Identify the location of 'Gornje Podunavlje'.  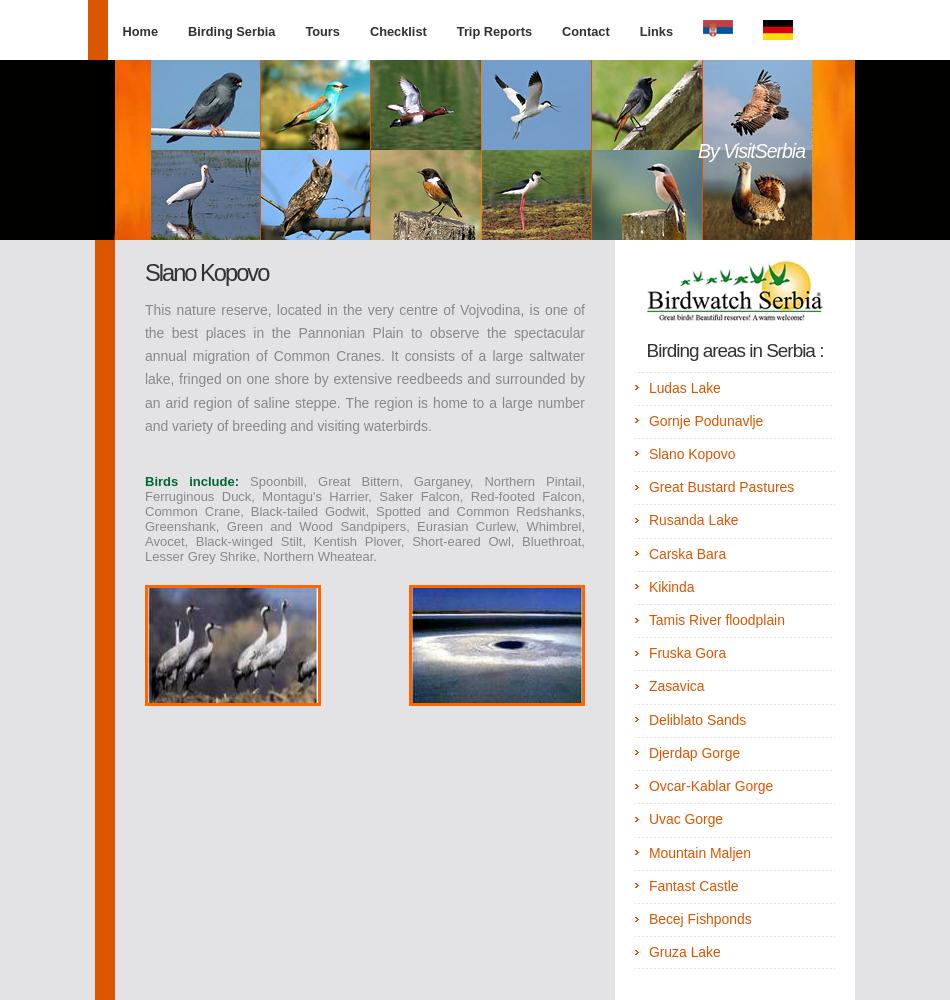
(705, 420).